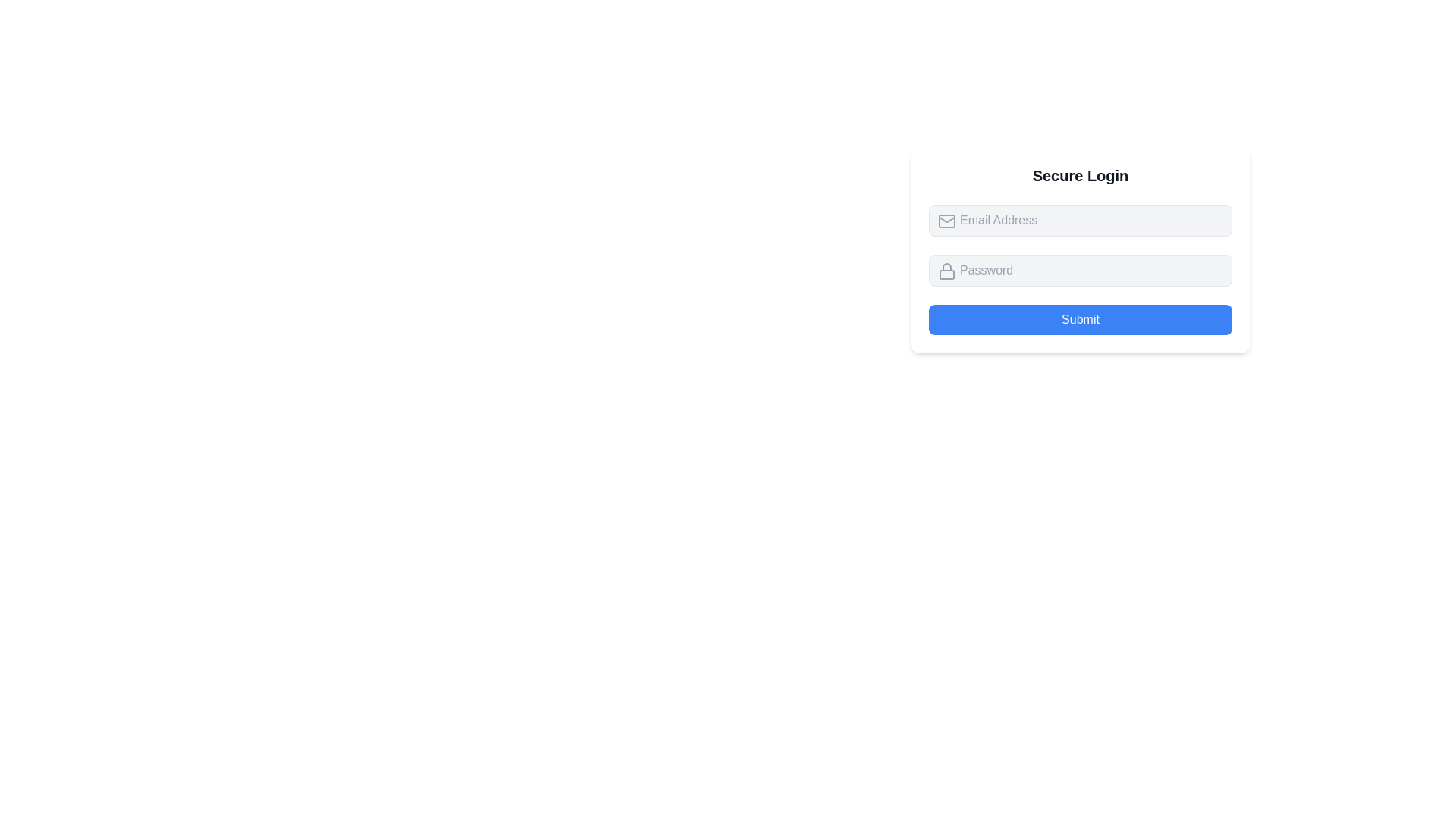 Image resolution: width=1456 pixels, height=819 pixels. I want to click on the submit button for the 'Secure Login' form, so click(1080, 318).